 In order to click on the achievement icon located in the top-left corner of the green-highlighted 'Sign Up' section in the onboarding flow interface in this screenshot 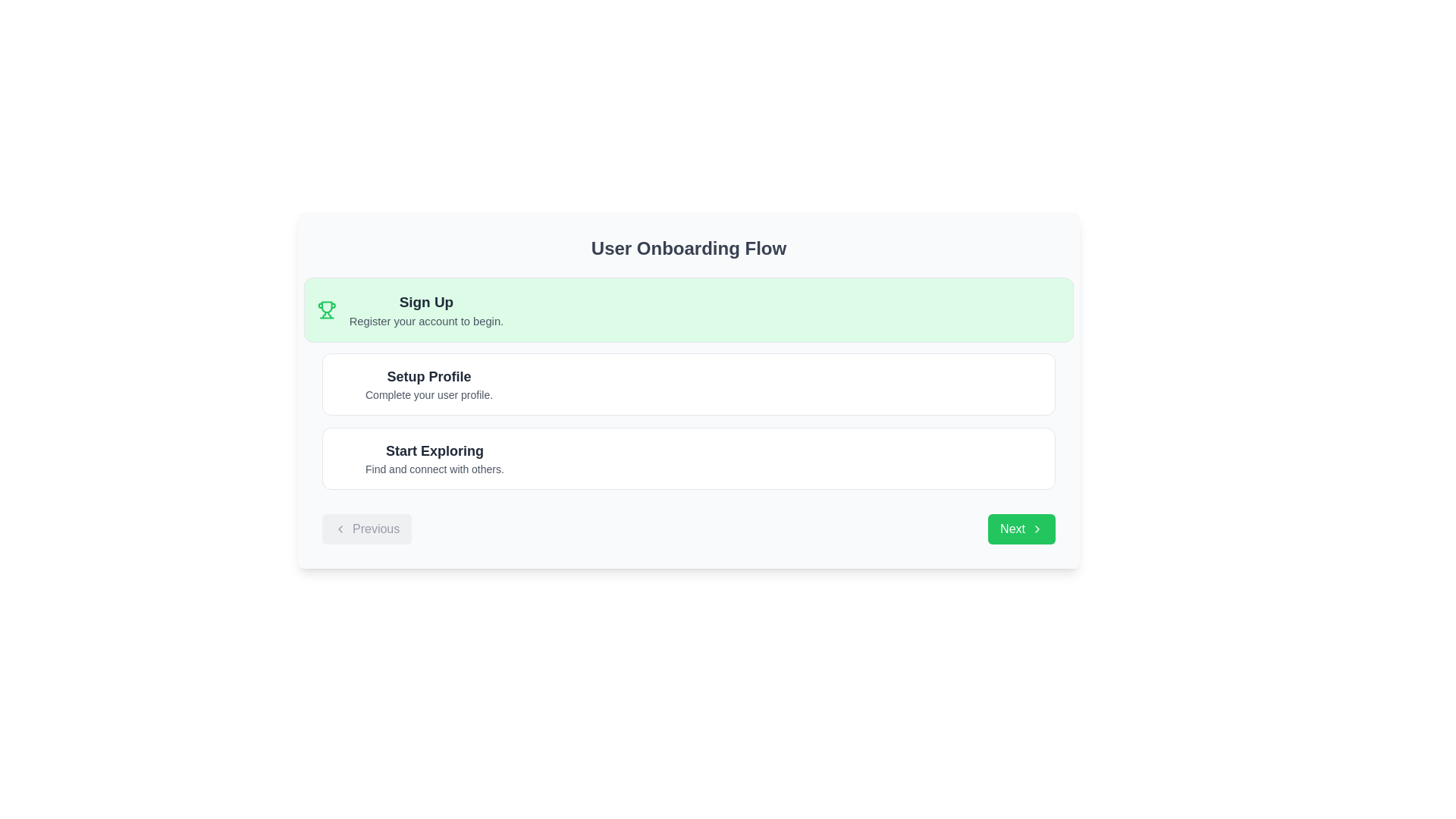, I will do `click(326, 309)`.